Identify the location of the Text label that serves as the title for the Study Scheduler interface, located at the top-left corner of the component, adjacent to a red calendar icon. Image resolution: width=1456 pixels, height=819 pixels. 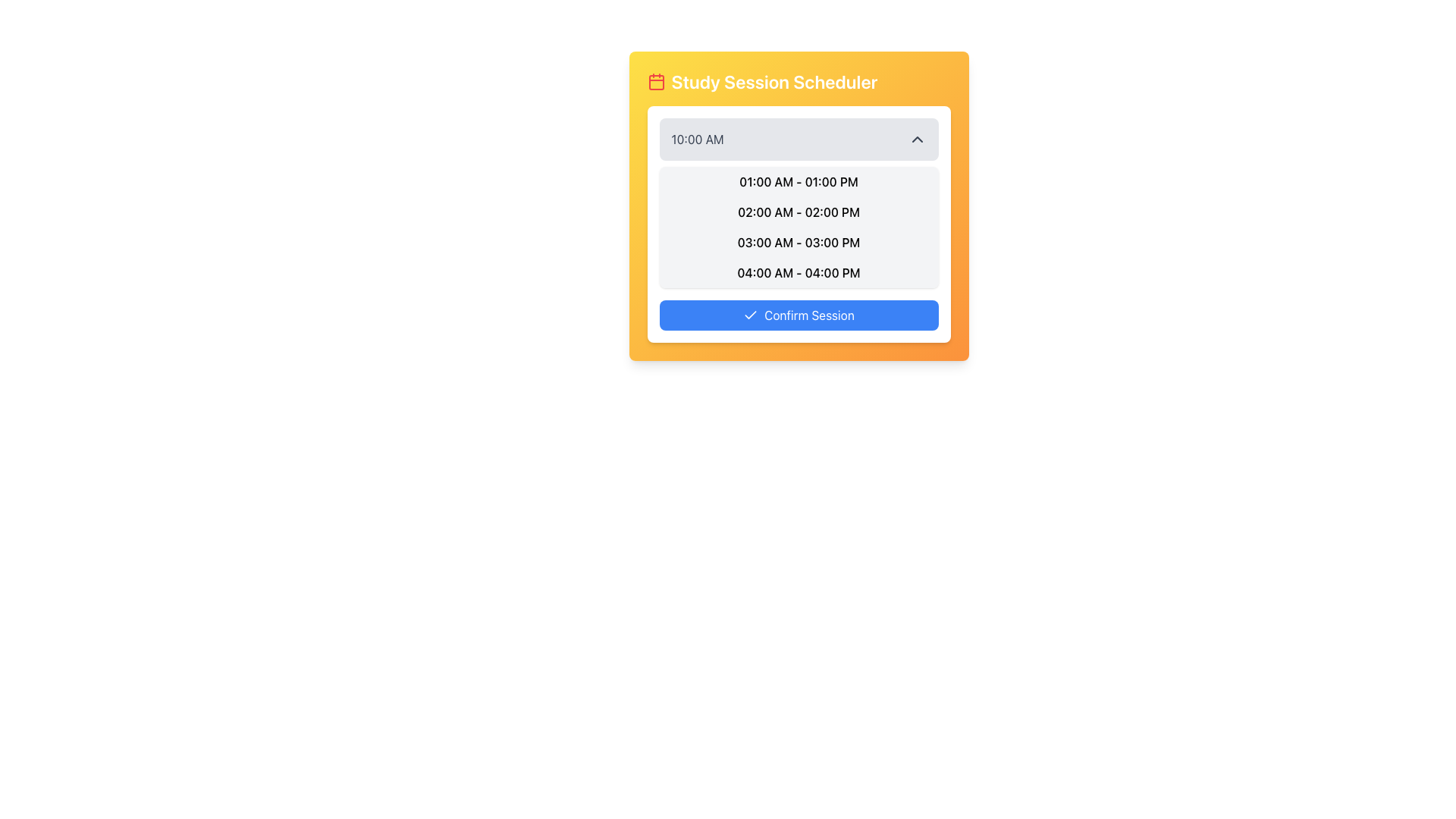
(774, 82).